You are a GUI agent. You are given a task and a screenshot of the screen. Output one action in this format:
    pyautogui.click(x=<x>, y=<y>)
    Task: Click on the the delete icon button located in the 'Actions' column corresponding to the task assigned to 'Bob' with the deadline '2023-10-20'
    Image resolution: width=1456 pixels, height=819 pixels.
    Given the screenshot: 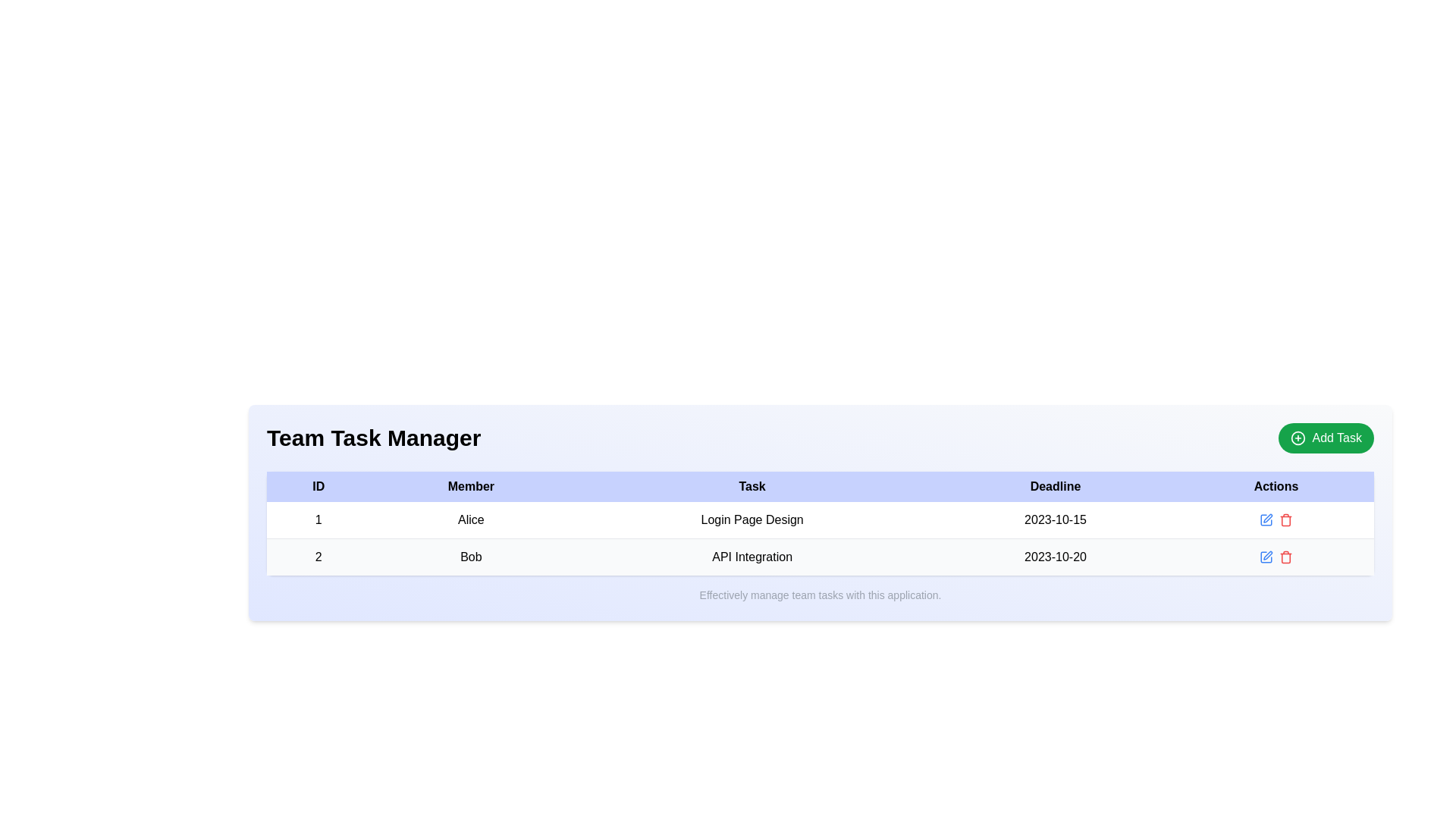 What is the action you would take?
    pyautogui.click(x=1285, y=557)
    